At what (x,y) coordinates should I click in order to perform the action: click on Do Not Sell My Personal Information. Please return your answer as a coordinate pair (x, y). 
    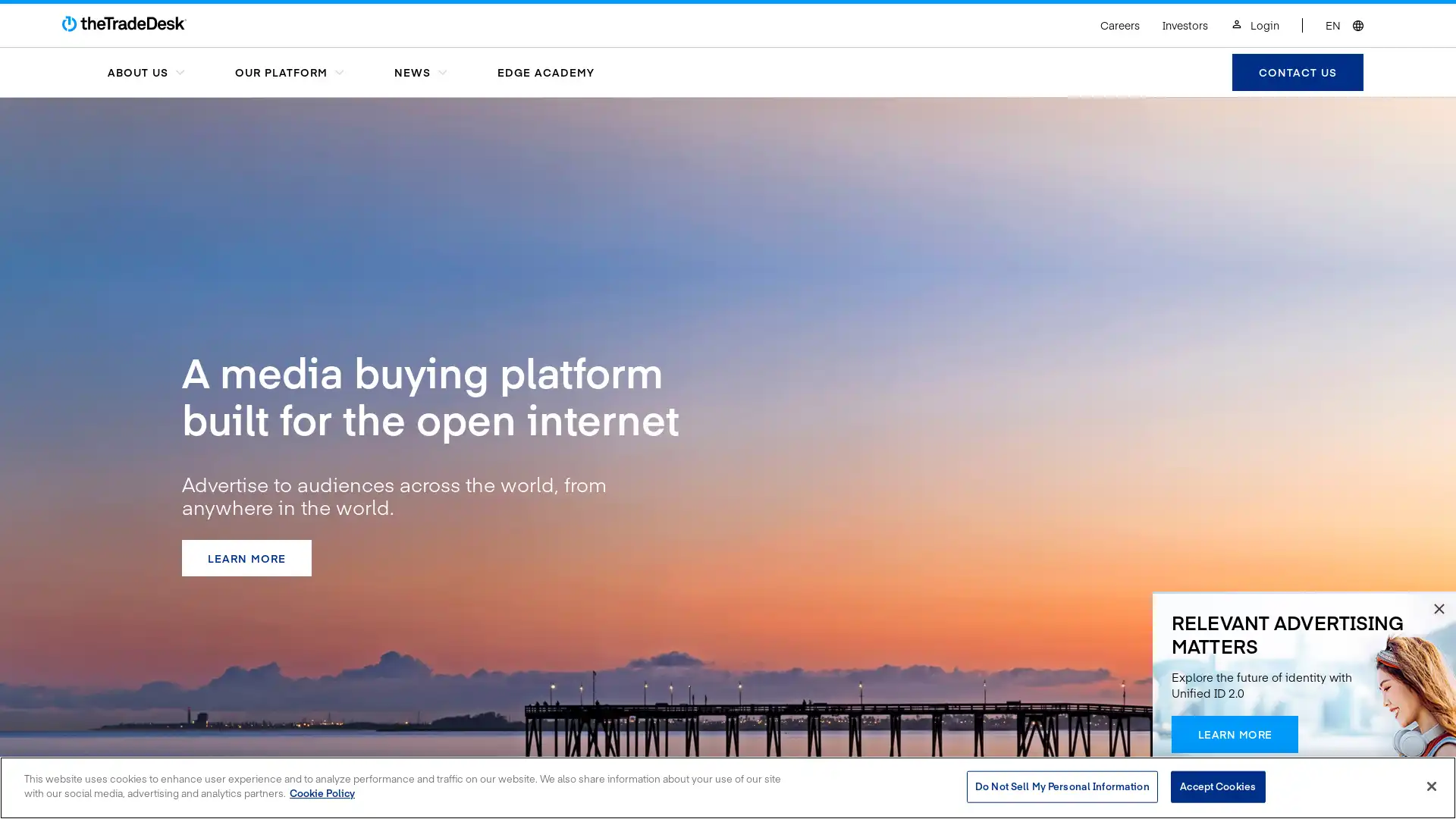
    Looking at the image, I should click on (1061, 786).